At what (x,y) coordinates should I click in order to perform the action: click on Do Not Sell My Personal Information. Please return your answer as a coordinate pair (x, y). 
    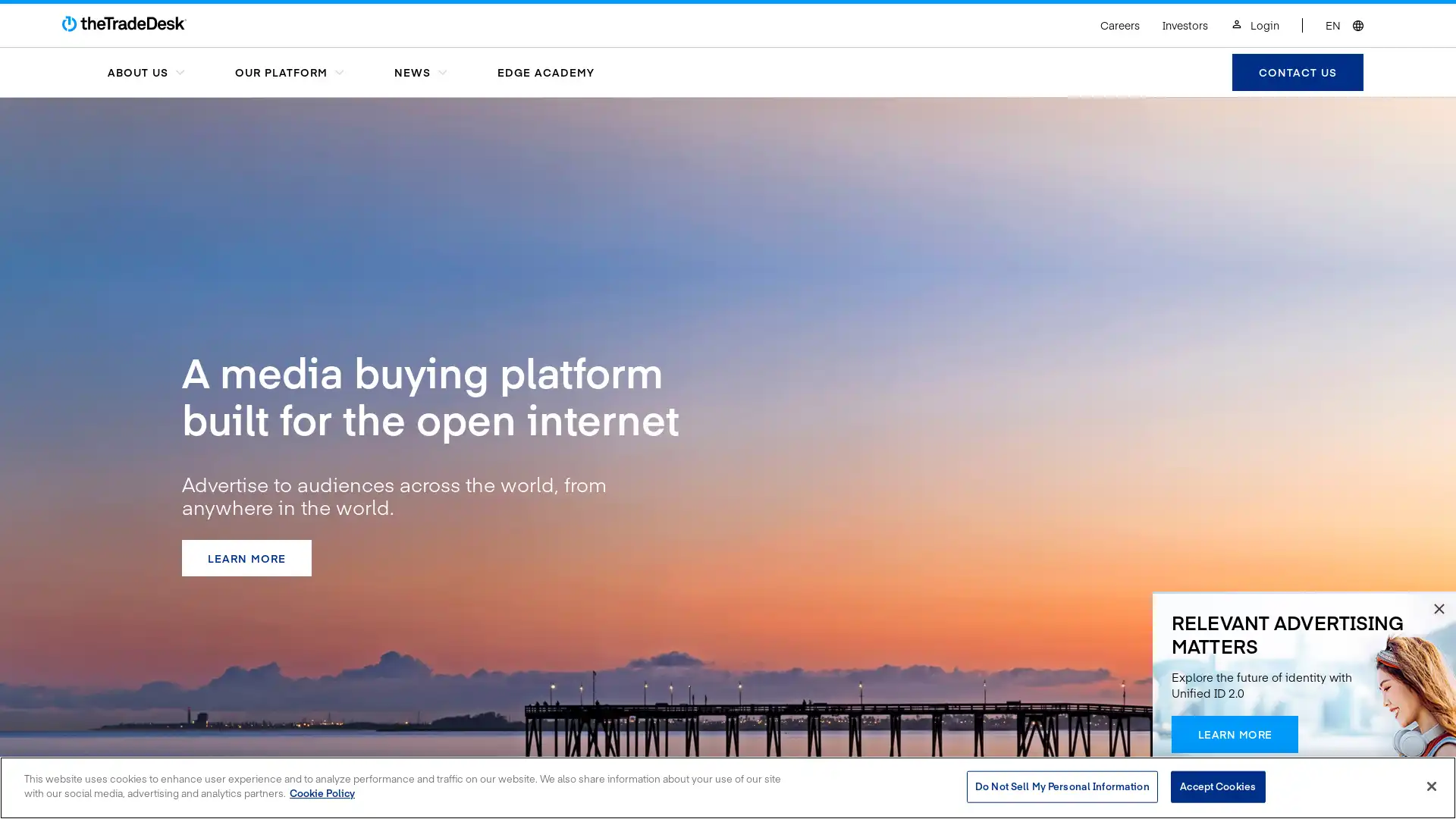
    Looking at the image, I should click on (1061, 786).